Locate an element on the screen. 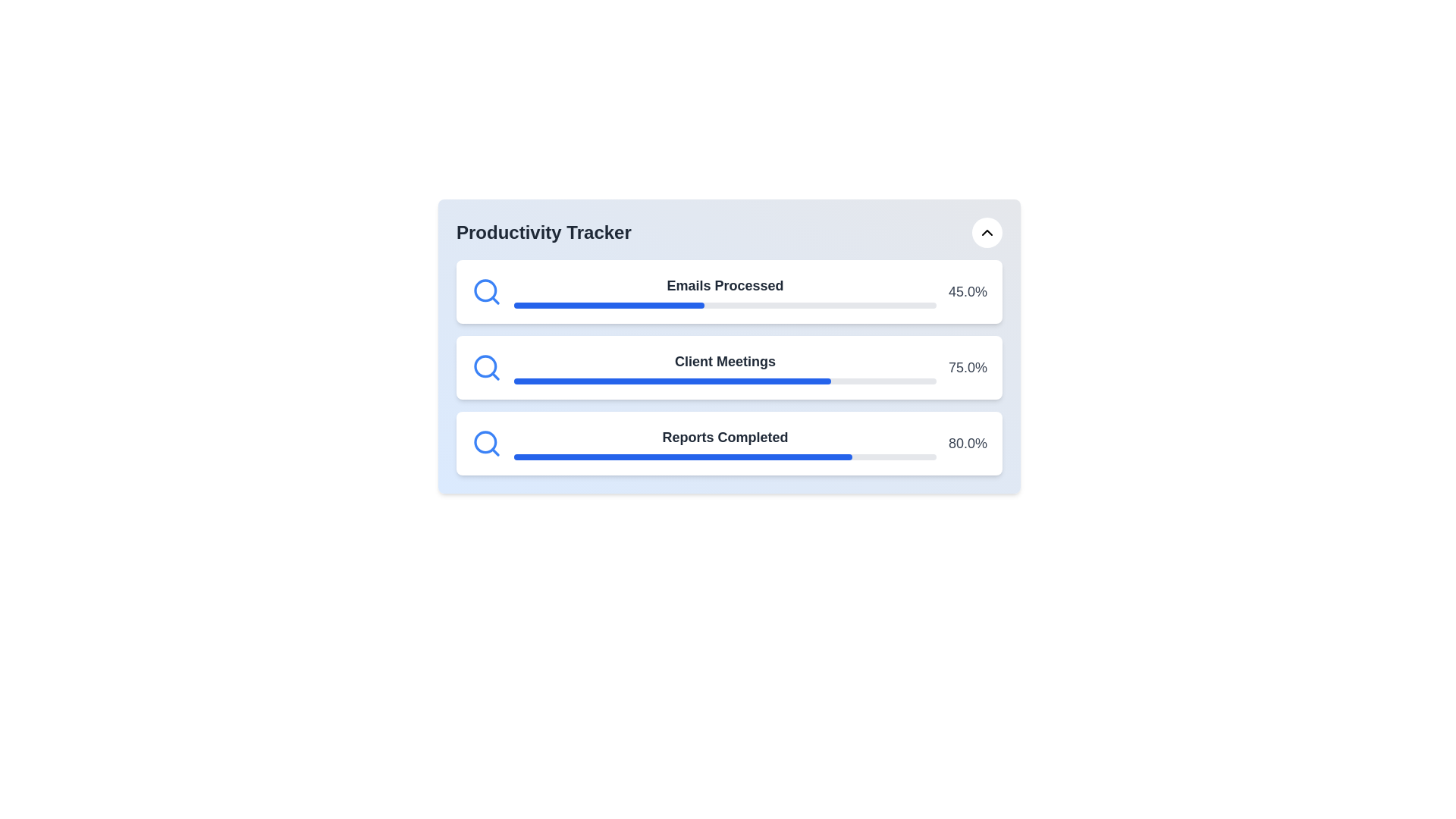  the progress bar segment representing the completion level of the 'Client Meetings' task, located in the second row of the interface is located at coordinates (671, 380).